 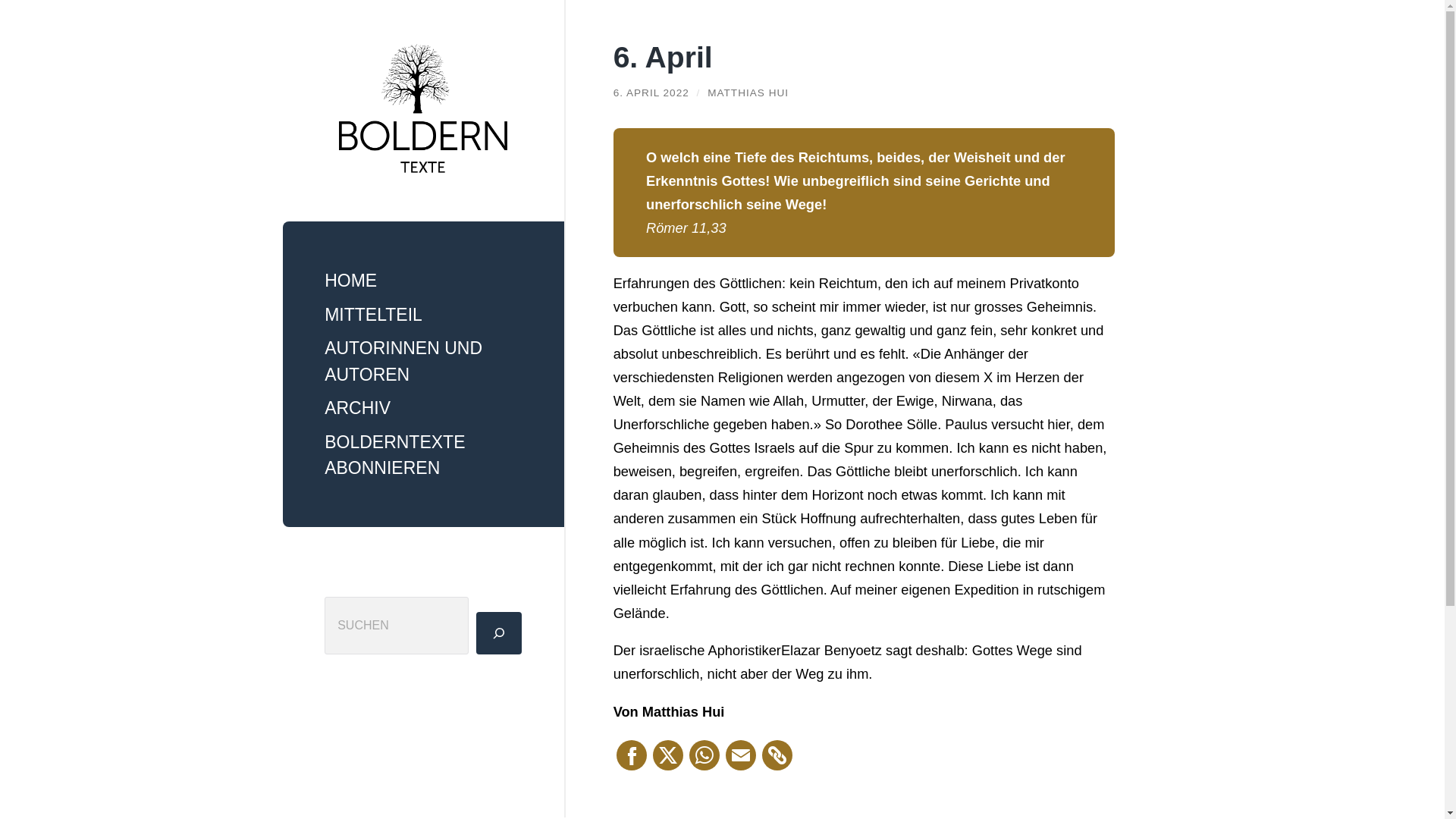 What do you see at coordinates (323, 314) in the screenshot?
I see `'MITTELTEIL'` at bounding box center [323, 314].